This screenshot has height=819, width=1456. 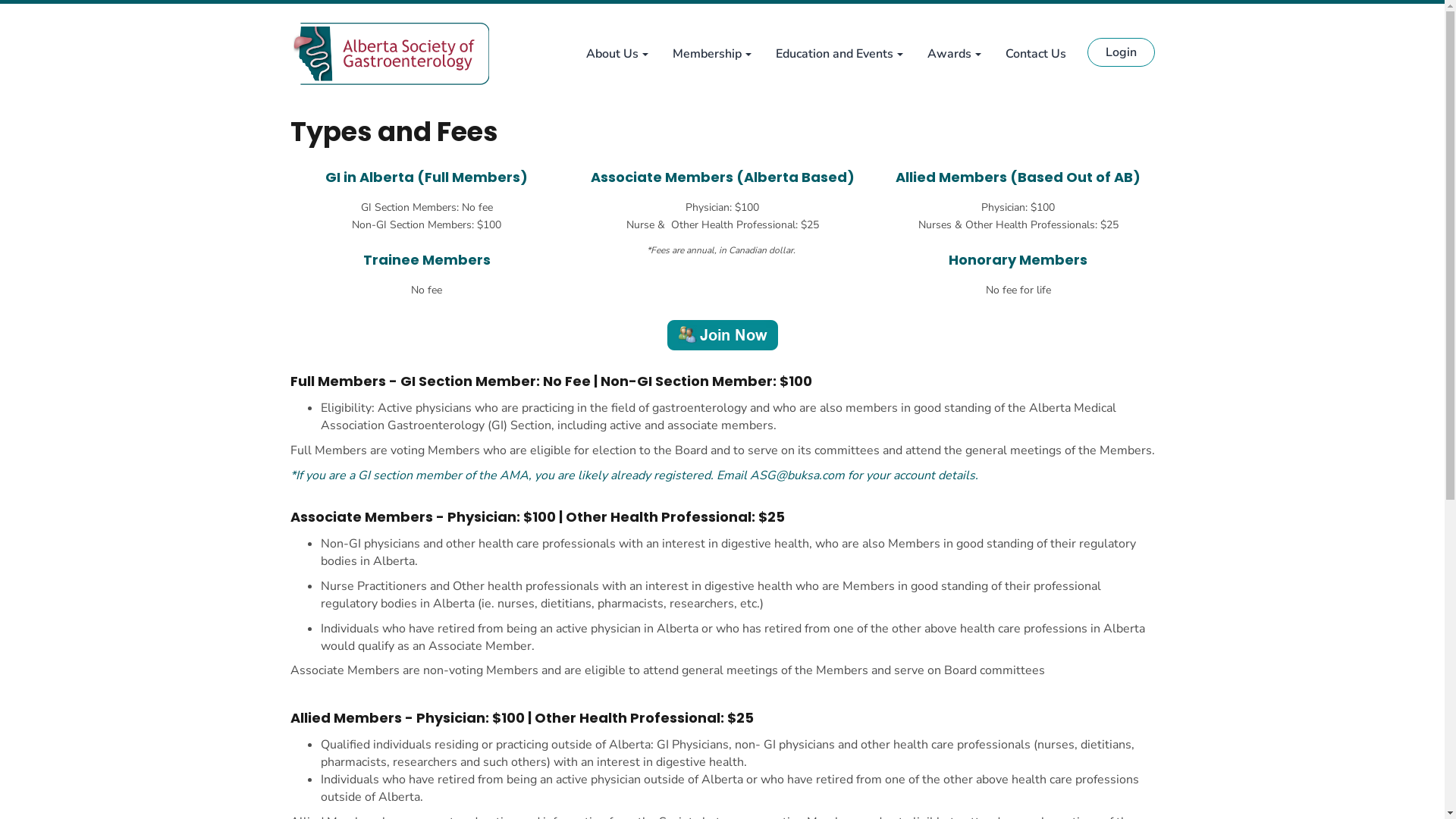 I want to click on 'Education and Events', so click(x=837, y=52).